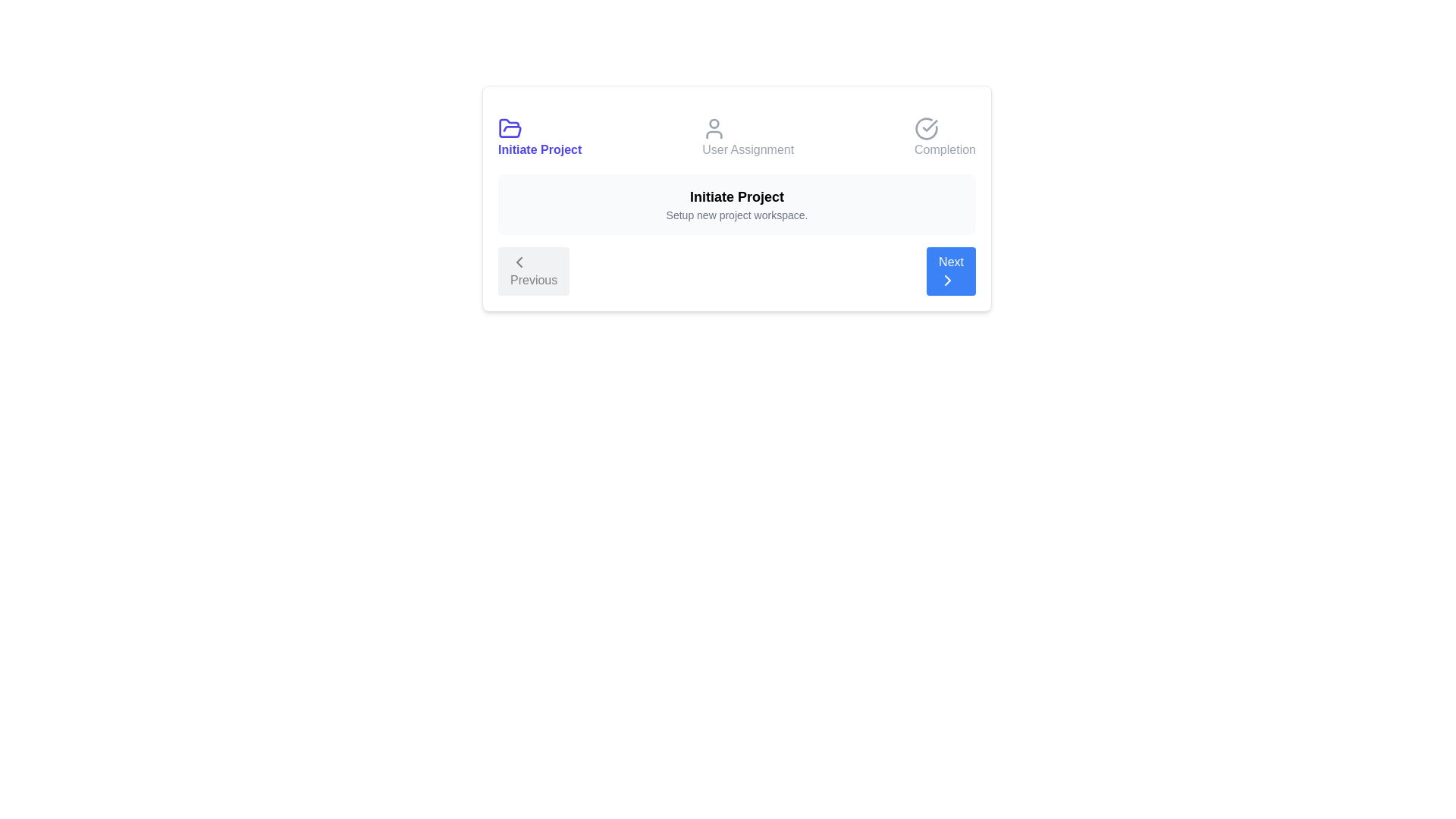  Describe the element at coordinates (539, 137) in the screenshot. I see `the active stage's title to observe its details` at that location.